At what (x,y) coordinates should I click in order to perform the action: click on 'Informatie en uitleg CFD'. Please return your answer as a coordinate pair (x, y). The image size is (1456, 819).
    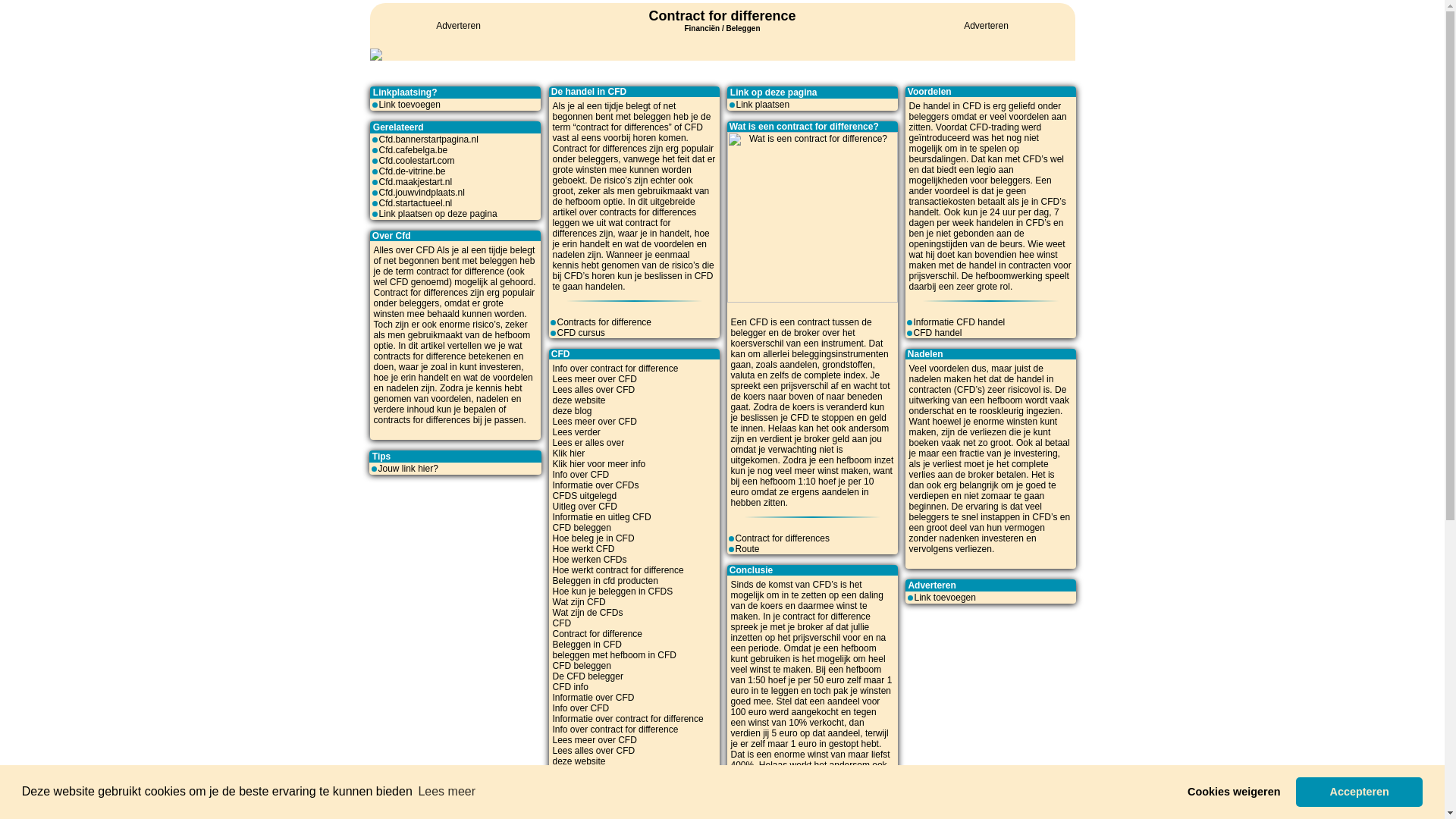
    Looking at the image, I should click on (551, 516).